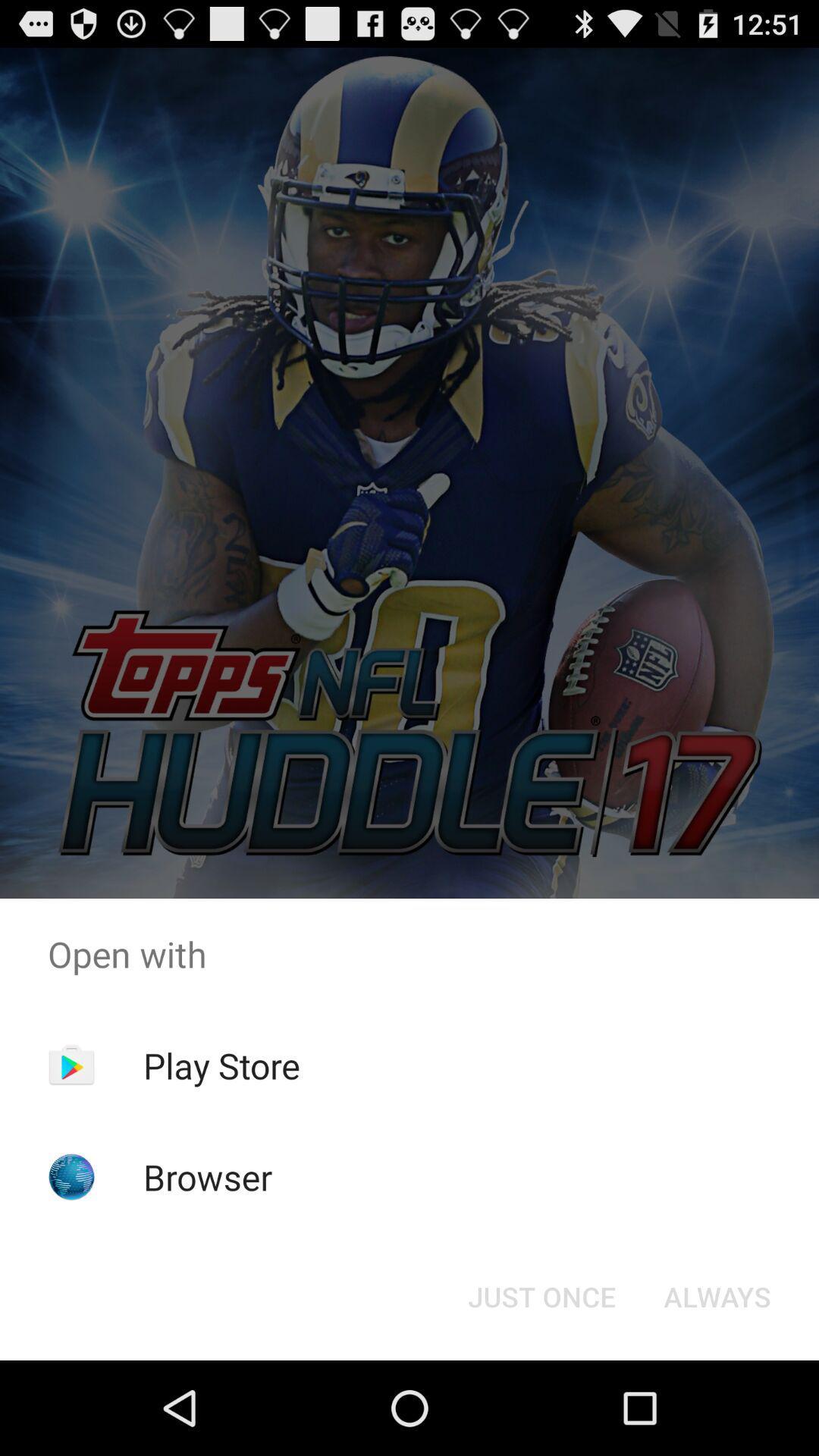 The width and height of the screenshot is (819, 1456). Describe the element at coordinates (208, 1176) in the screenshot. I see `browser app` at that location.